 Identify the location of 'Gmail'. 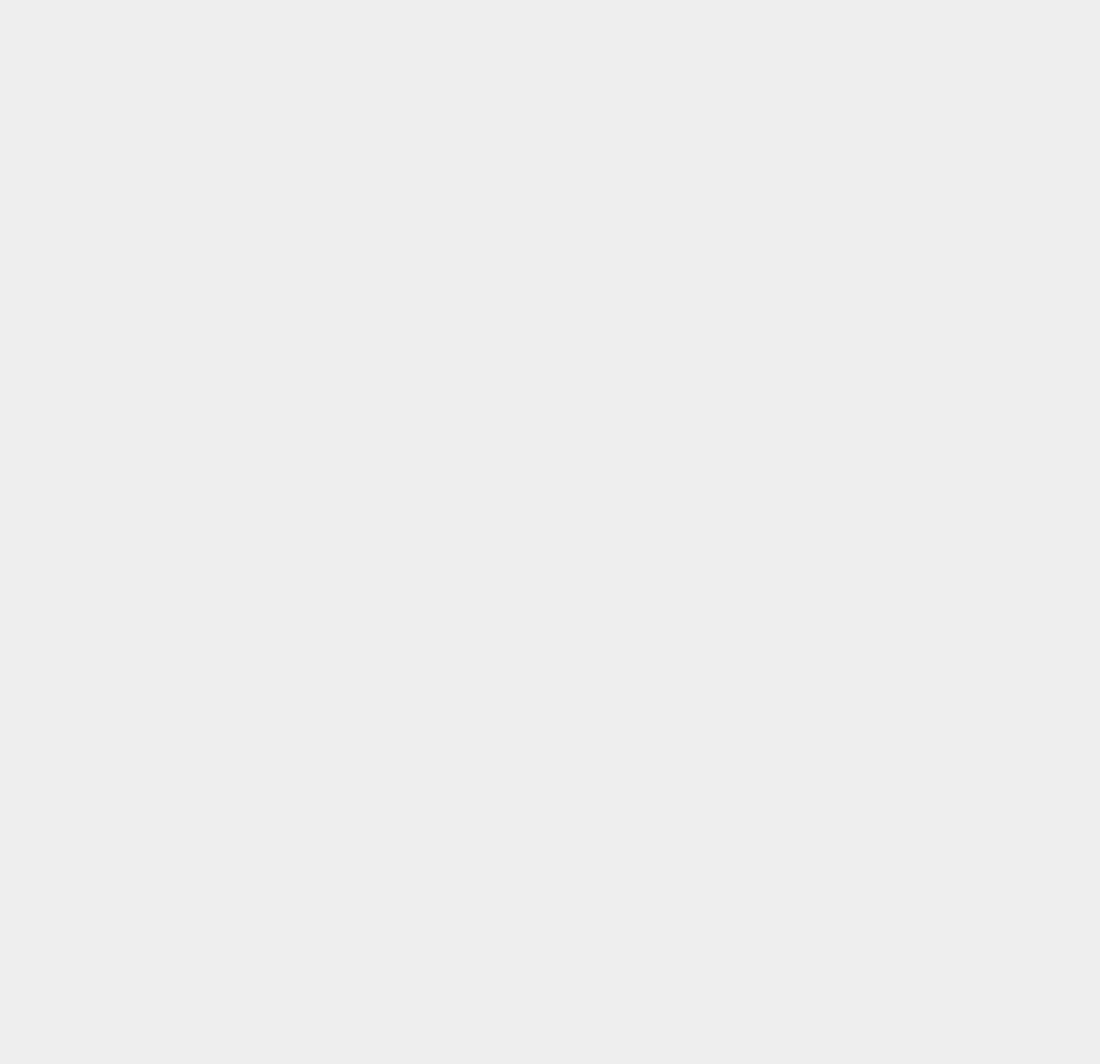
(795, 568).